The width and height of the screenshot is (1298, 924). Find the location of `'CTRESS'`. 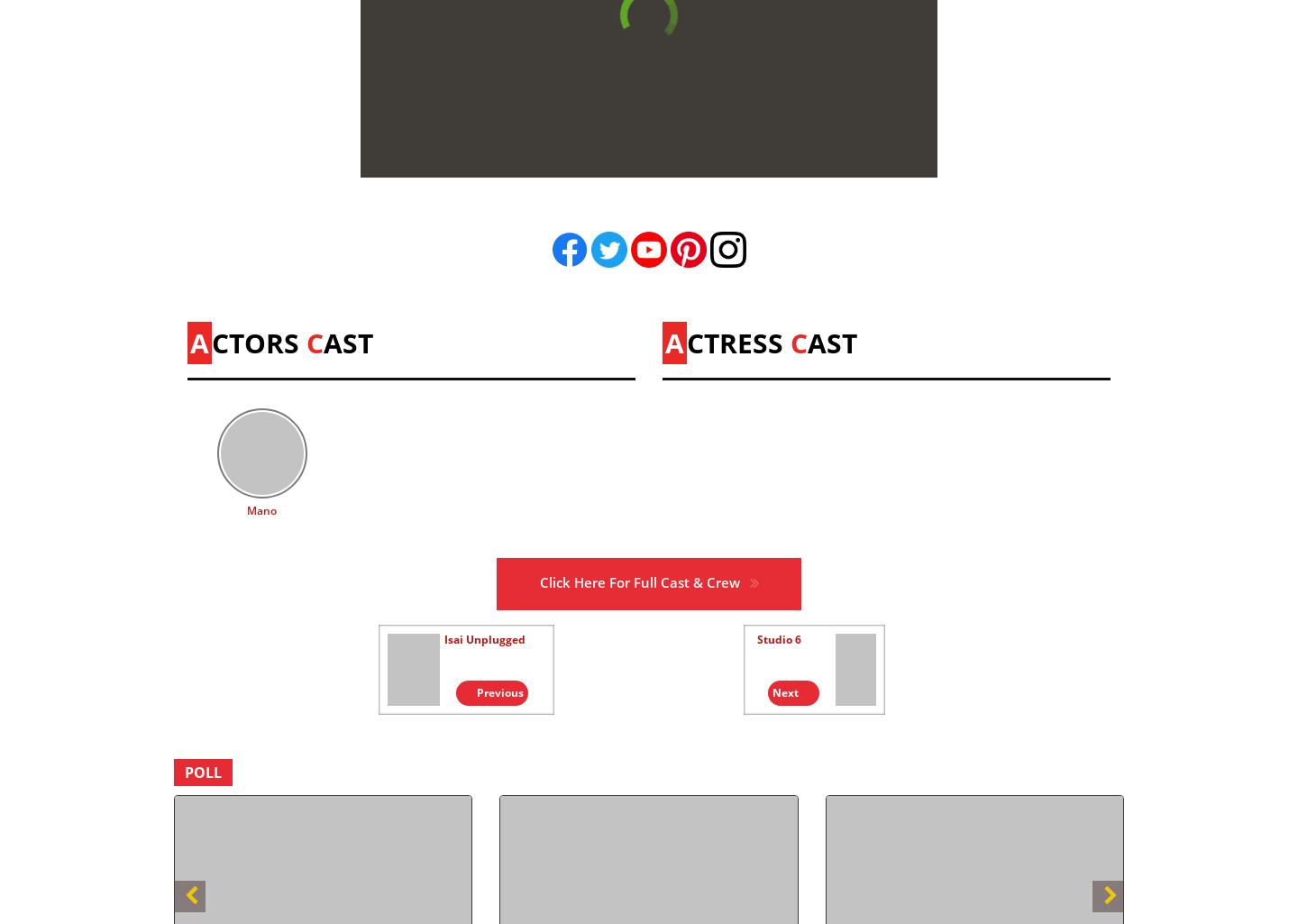

'CTRESS' is located at coordinates (686, 342).